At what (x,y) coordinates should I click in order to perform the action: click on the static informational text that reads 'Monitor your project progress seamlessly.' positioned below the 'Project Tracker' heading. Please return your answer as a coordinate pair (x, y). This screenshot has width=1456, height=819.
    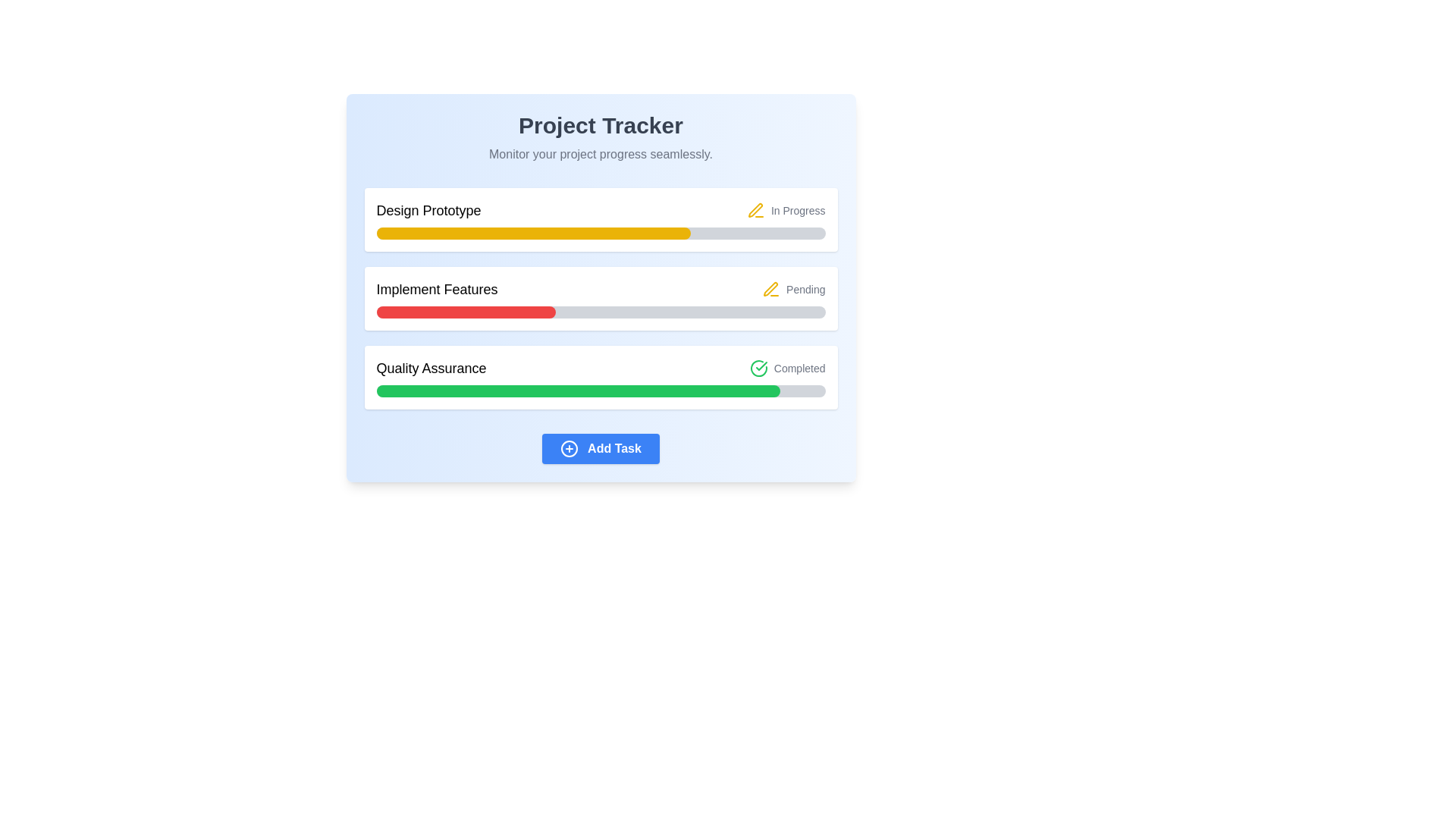
    Looking at the image, I should click on (600, 155).